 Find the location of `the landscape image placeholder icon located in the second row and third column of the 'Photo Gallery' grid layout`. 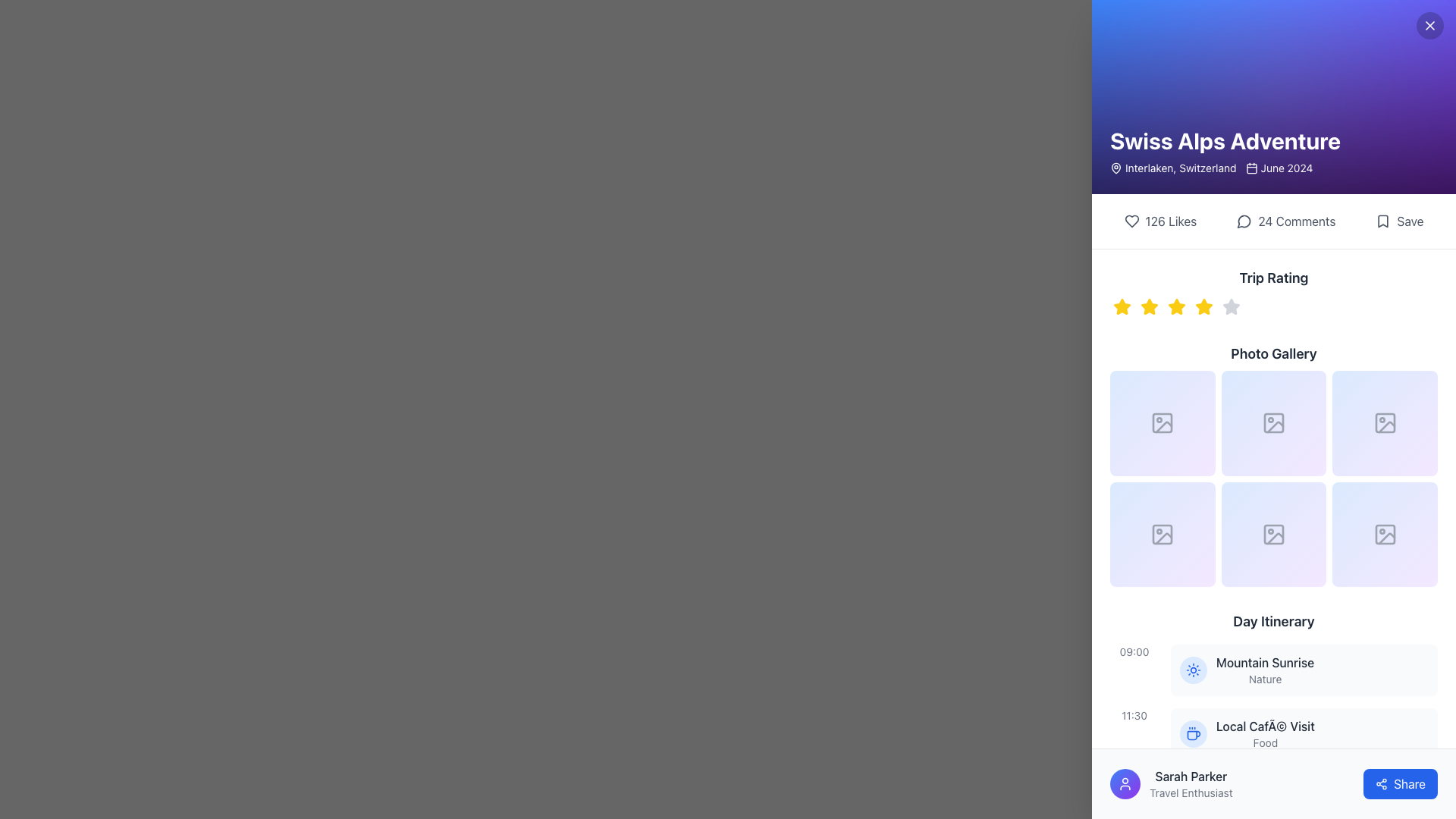

the landscape image placeholder icon located in the second row and third column of the 'Photo Gallery' grid layout is located at coordinates (1274, 534).